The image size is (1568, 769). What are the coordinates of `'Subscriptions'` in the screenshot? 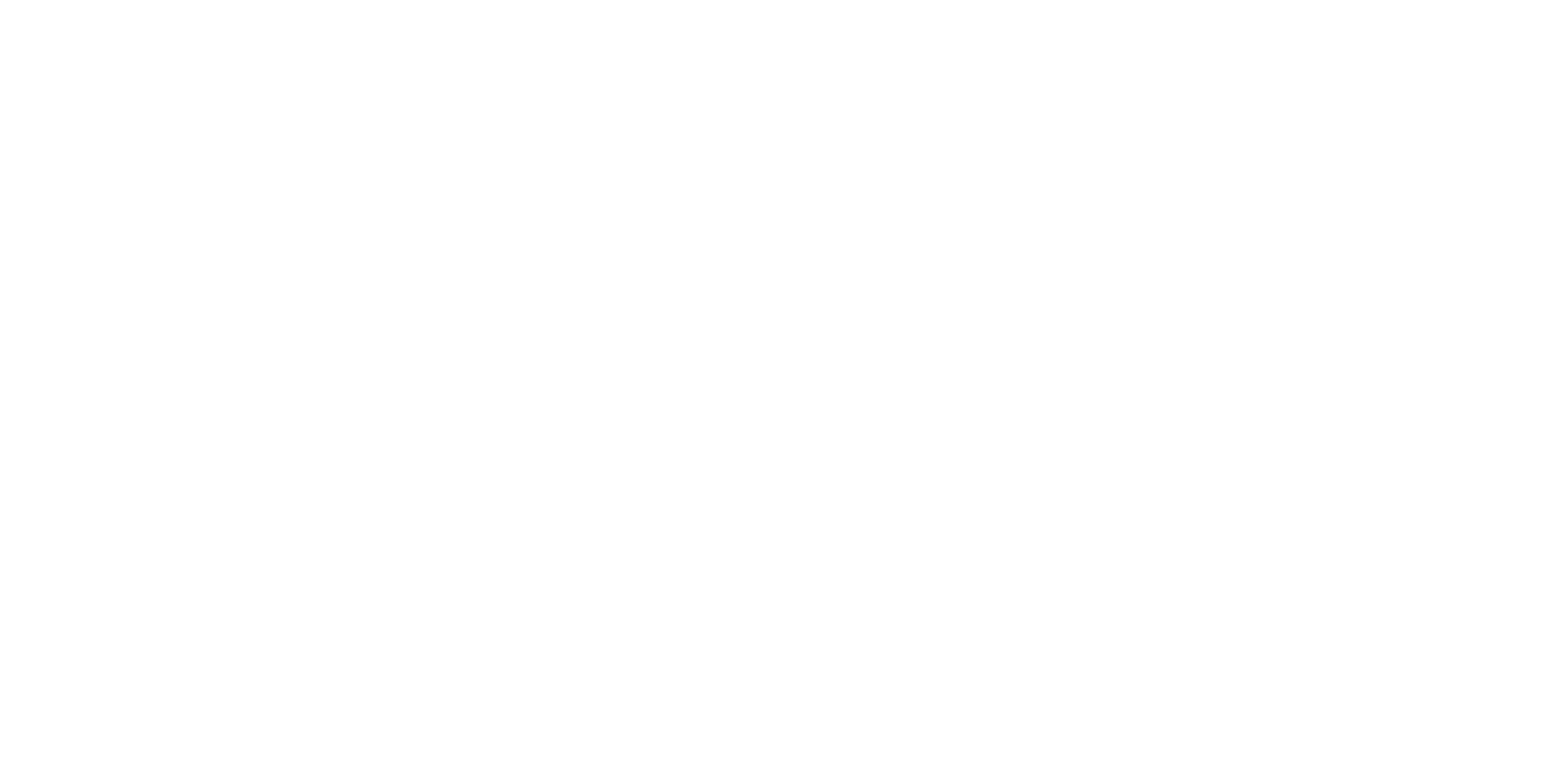 It's located at (1069, 595).